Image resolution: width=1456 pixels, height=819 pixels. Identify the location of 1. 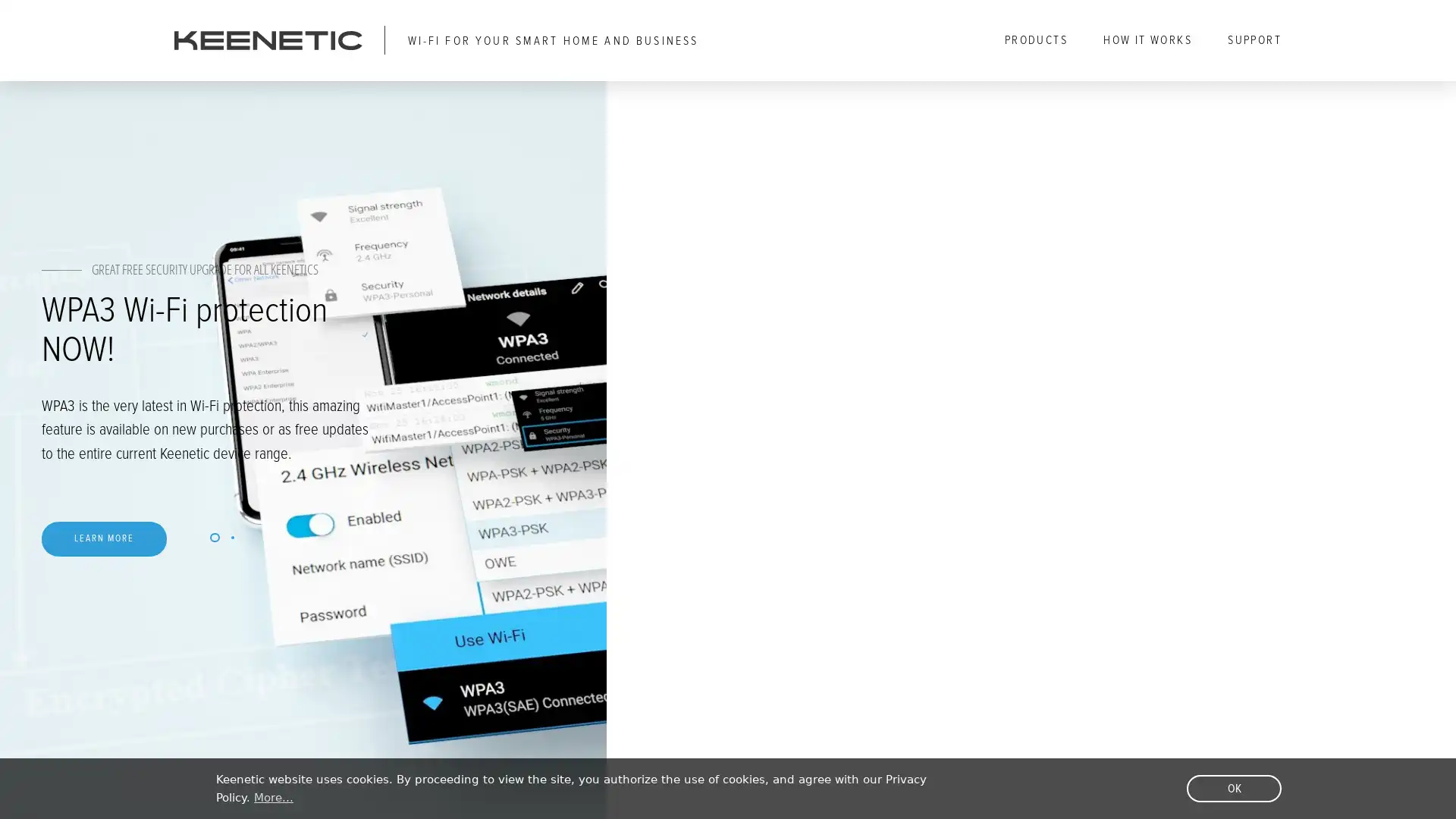
(450, 571).